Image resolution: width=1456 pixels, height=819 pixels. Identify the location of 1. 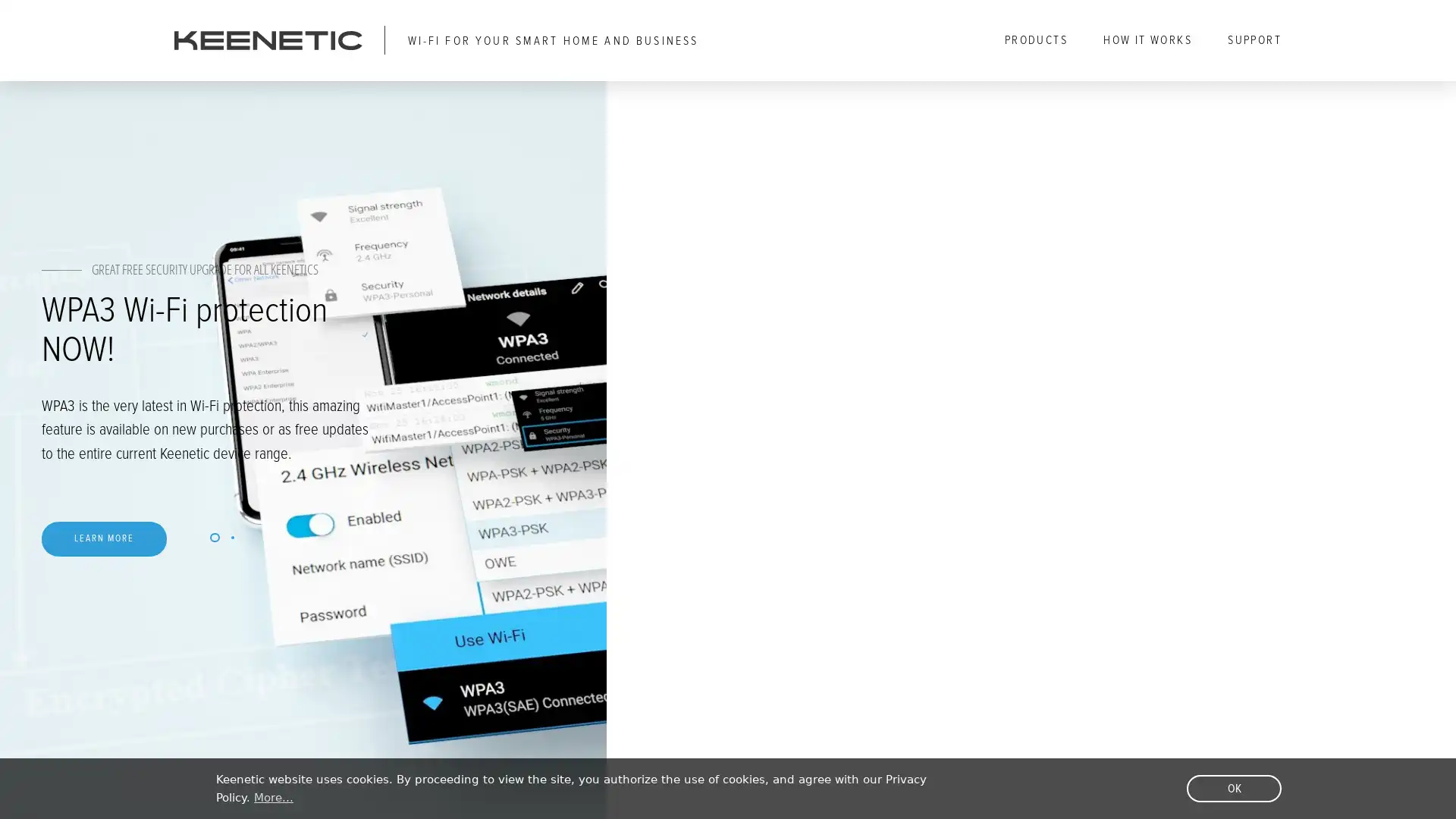
(450, 571).